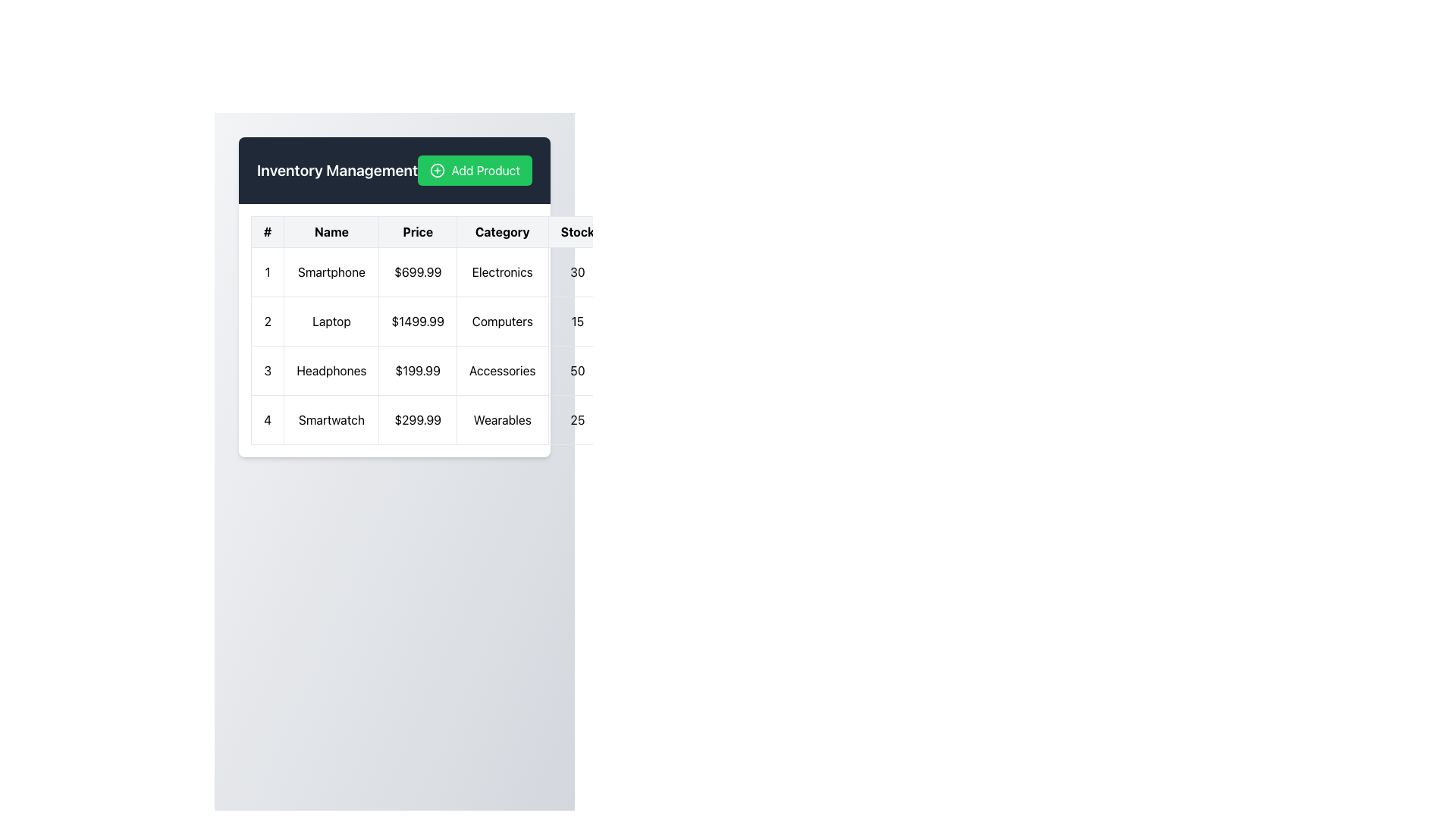 The height and width of the screenshot is (819, 1456). What do you see at coordinates (502, 231) in the screenshot?
I see `the 'Category' column header label in the table, which is located between the 'Price' and 'Stock' columns` at bounding box center [502, 231].